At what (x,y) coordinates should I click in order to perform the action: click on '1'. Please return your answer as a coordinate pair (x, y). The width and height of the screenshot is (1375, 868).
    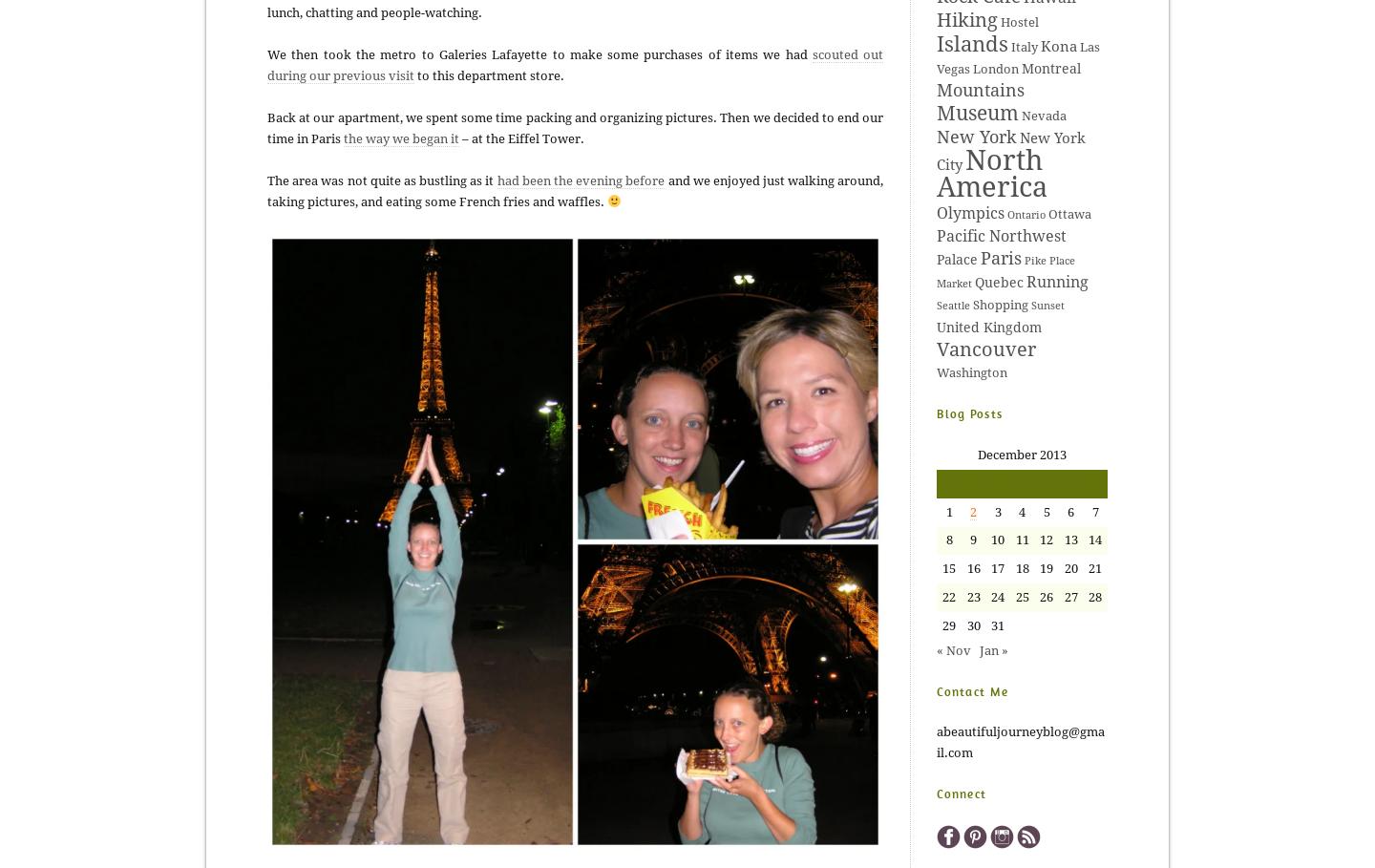
    Looking at the image, I should click on (947, 511).